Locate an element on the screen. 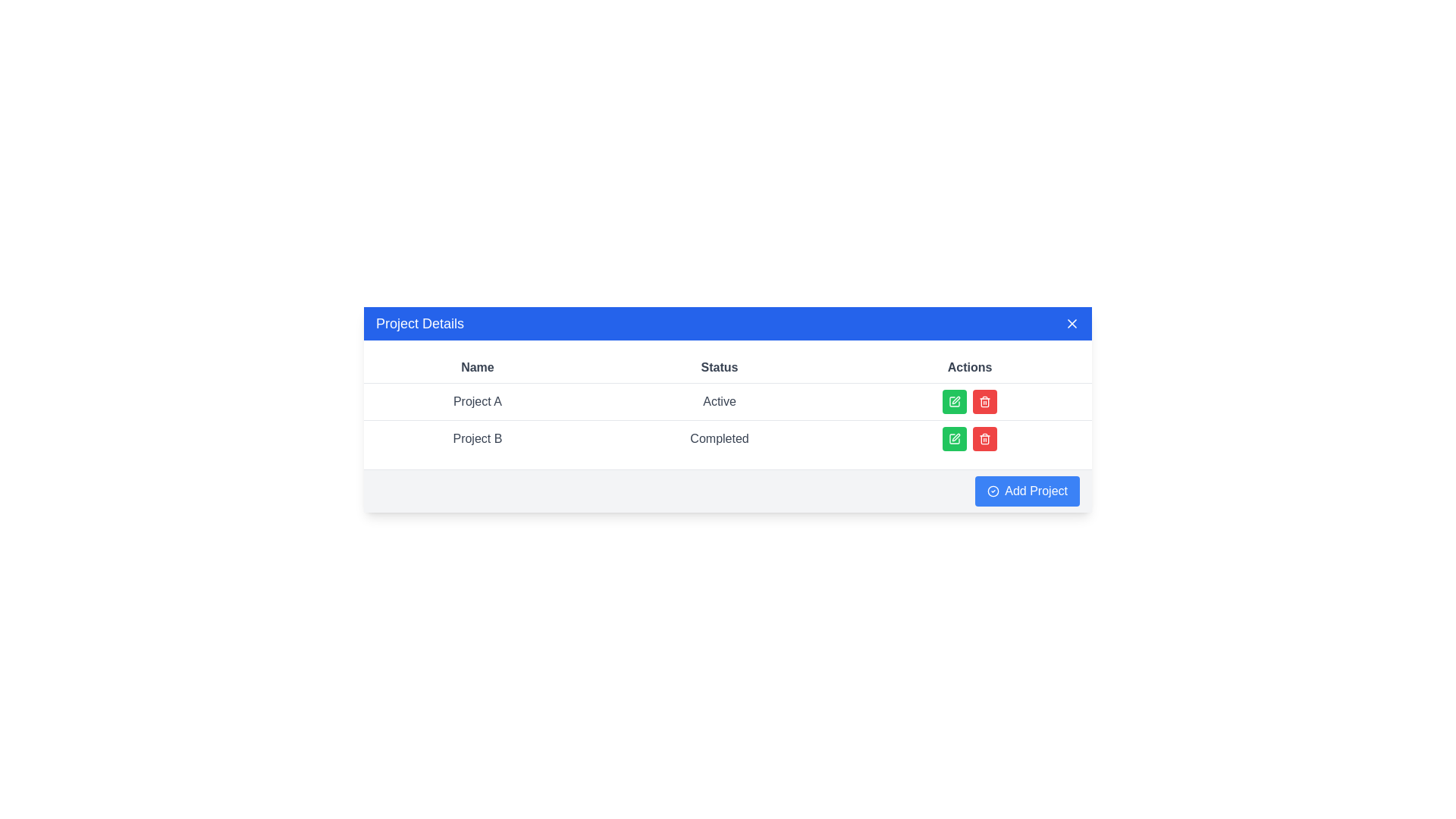 The width and height of the screenshot is (1456, 819). the green button with rounded edges and a pencil icon located in the 'Actions' column of the first row in the 'Project Details' table to change its color is located at coordinates (954, 400).